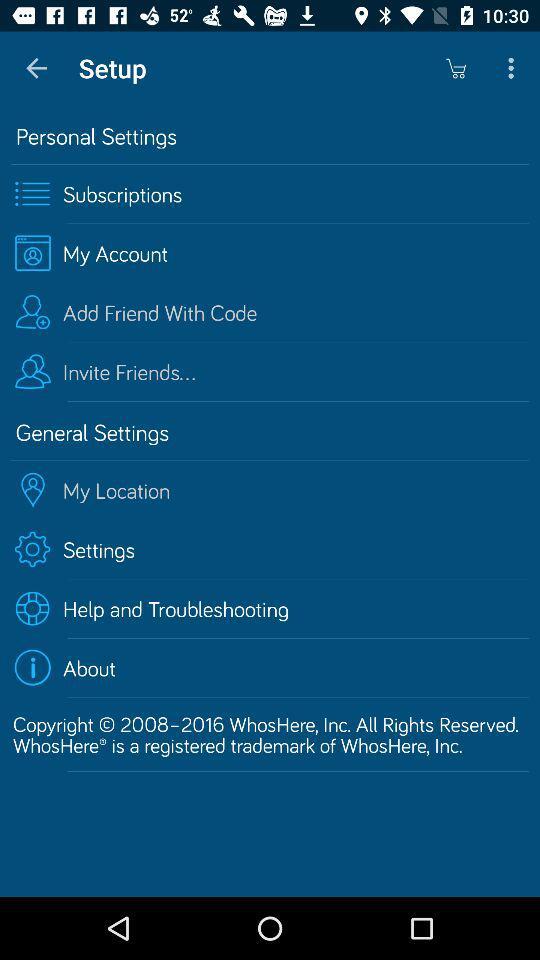  What do you see at coordinates (455, 68) in the screenshot?
I see `icon to the right of setup app` at bounding box center [455, 68].